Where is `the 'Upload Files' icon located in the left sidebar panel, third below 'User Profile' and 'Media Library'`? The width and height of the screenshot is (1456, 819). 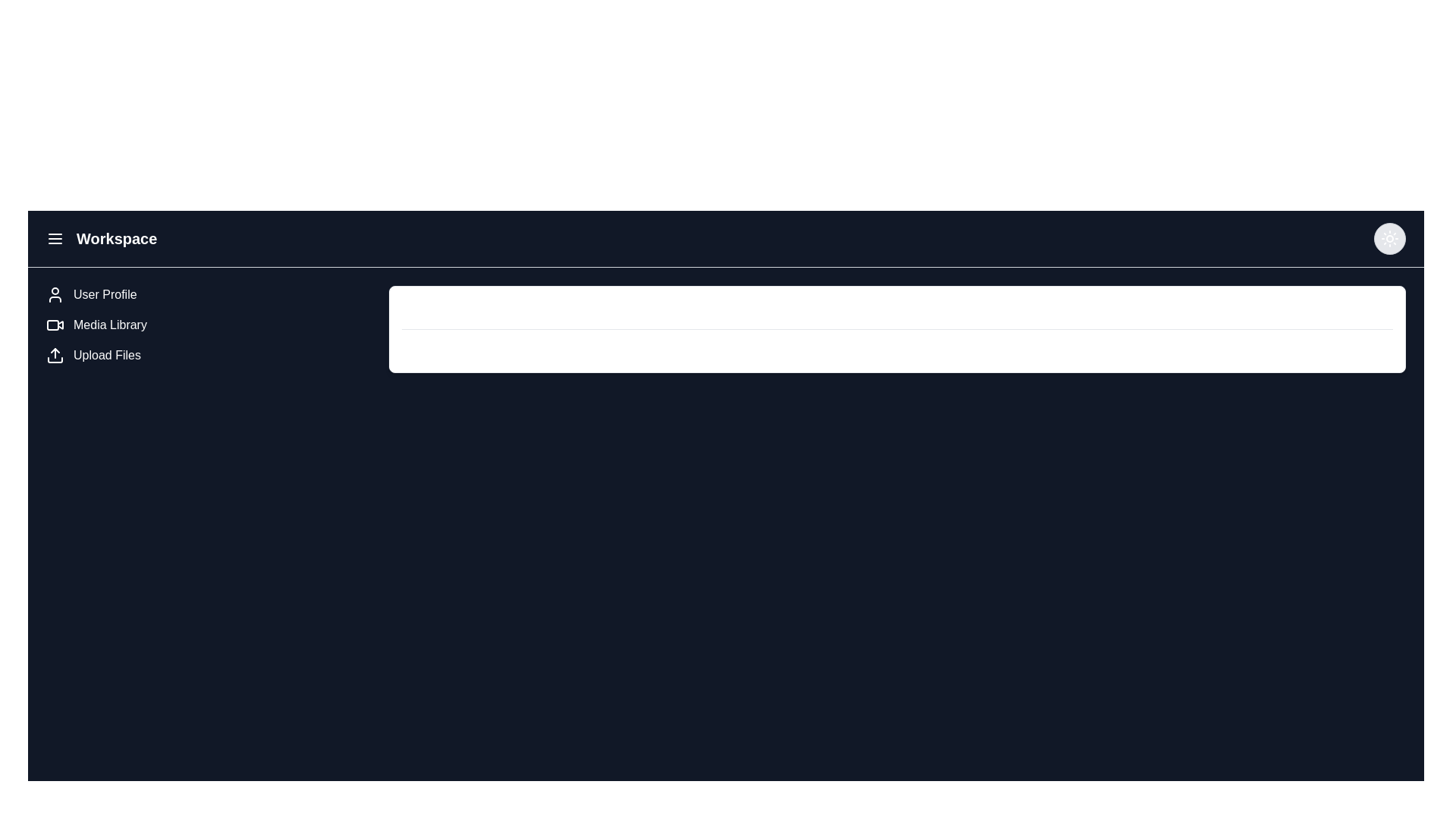
the 'Upload Files' icon located in the left sidebar panel, third below 'User Profile' and 'Media Library' is located at coordinates (55, 356).